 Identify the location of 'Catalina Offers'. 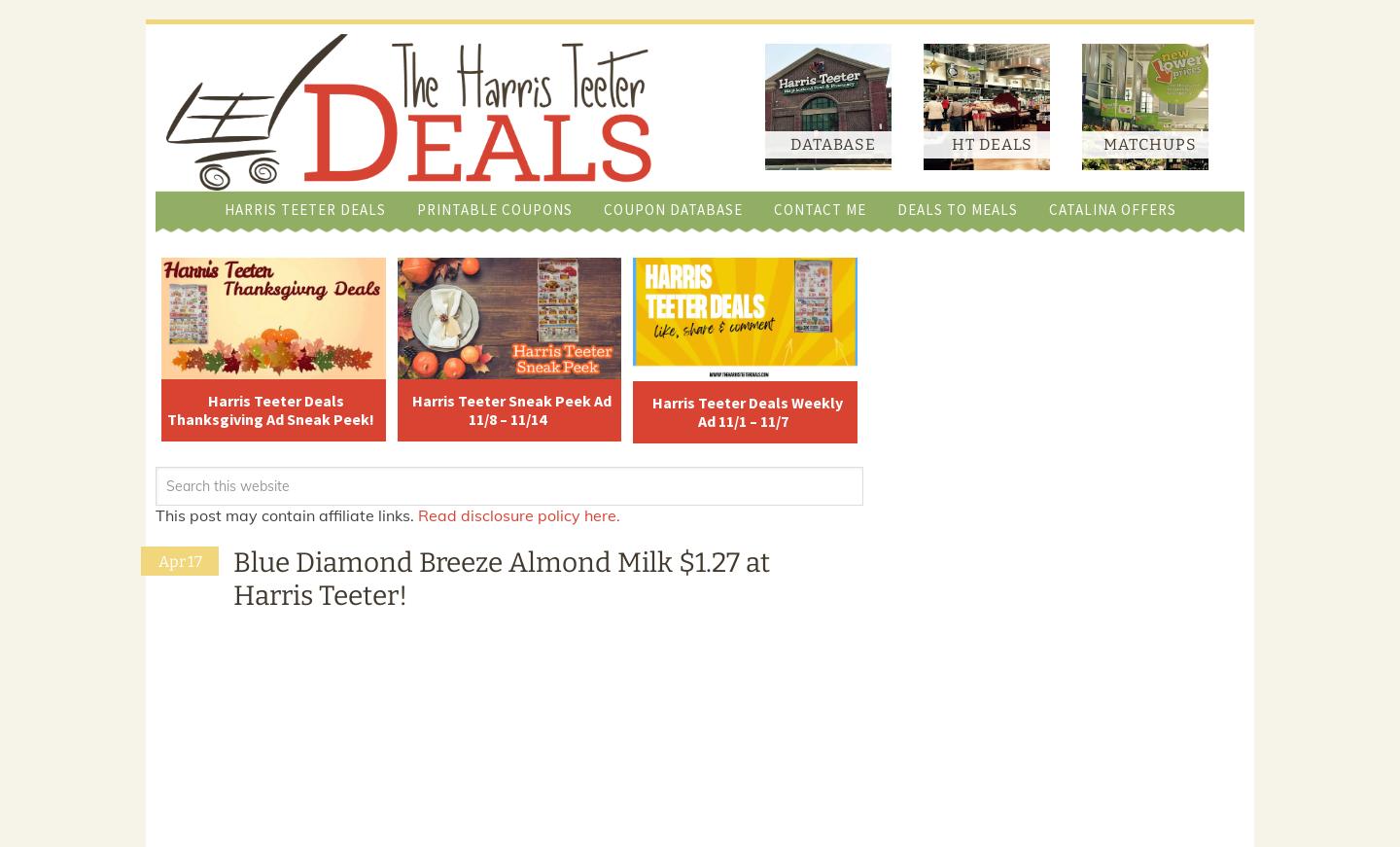
(1047, 209).